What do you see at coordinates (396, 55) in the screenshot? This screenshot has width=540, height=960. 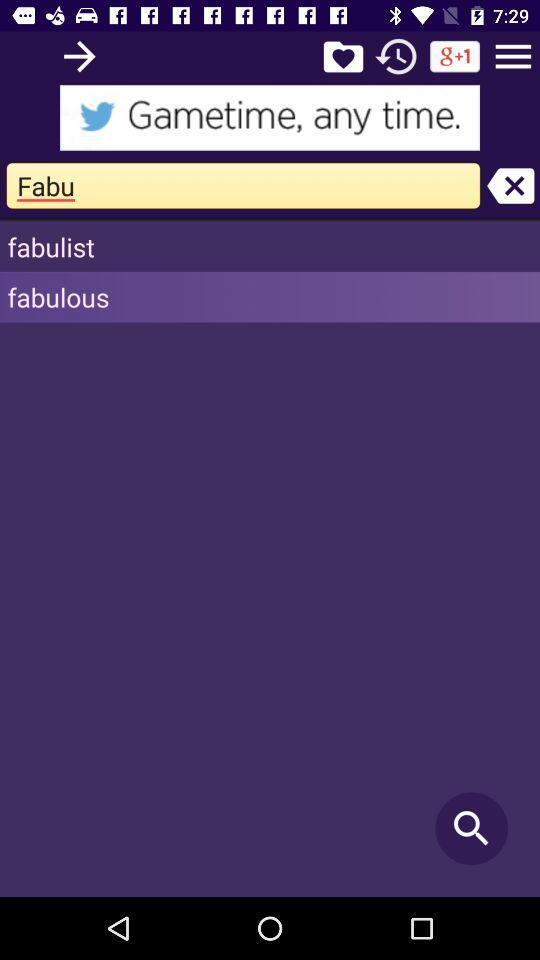 I see `timer icon` at bounding box center [396, 55].